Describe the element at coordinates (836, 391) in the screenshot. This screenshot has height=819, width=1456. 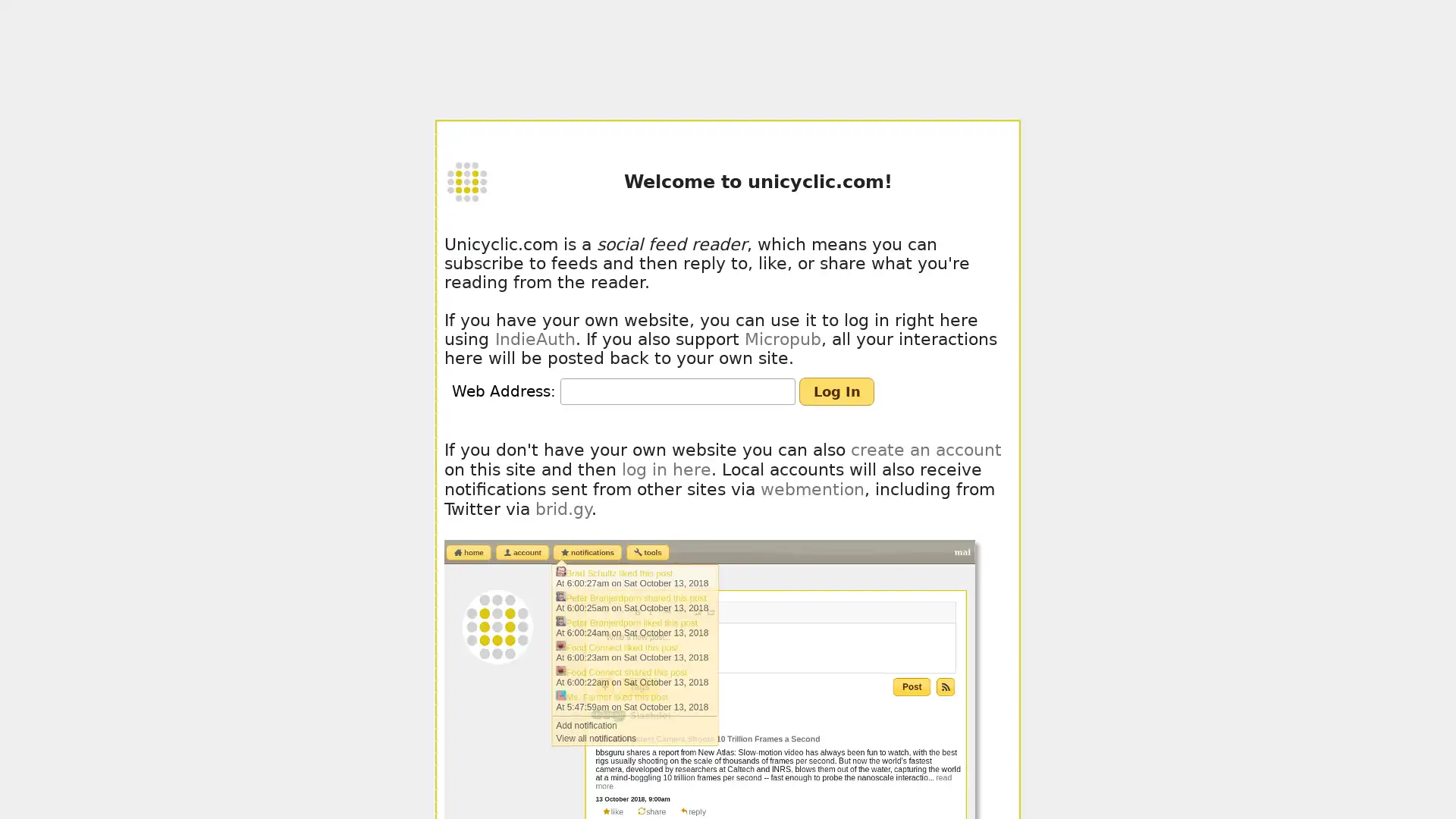
I see `Log In` at that location.